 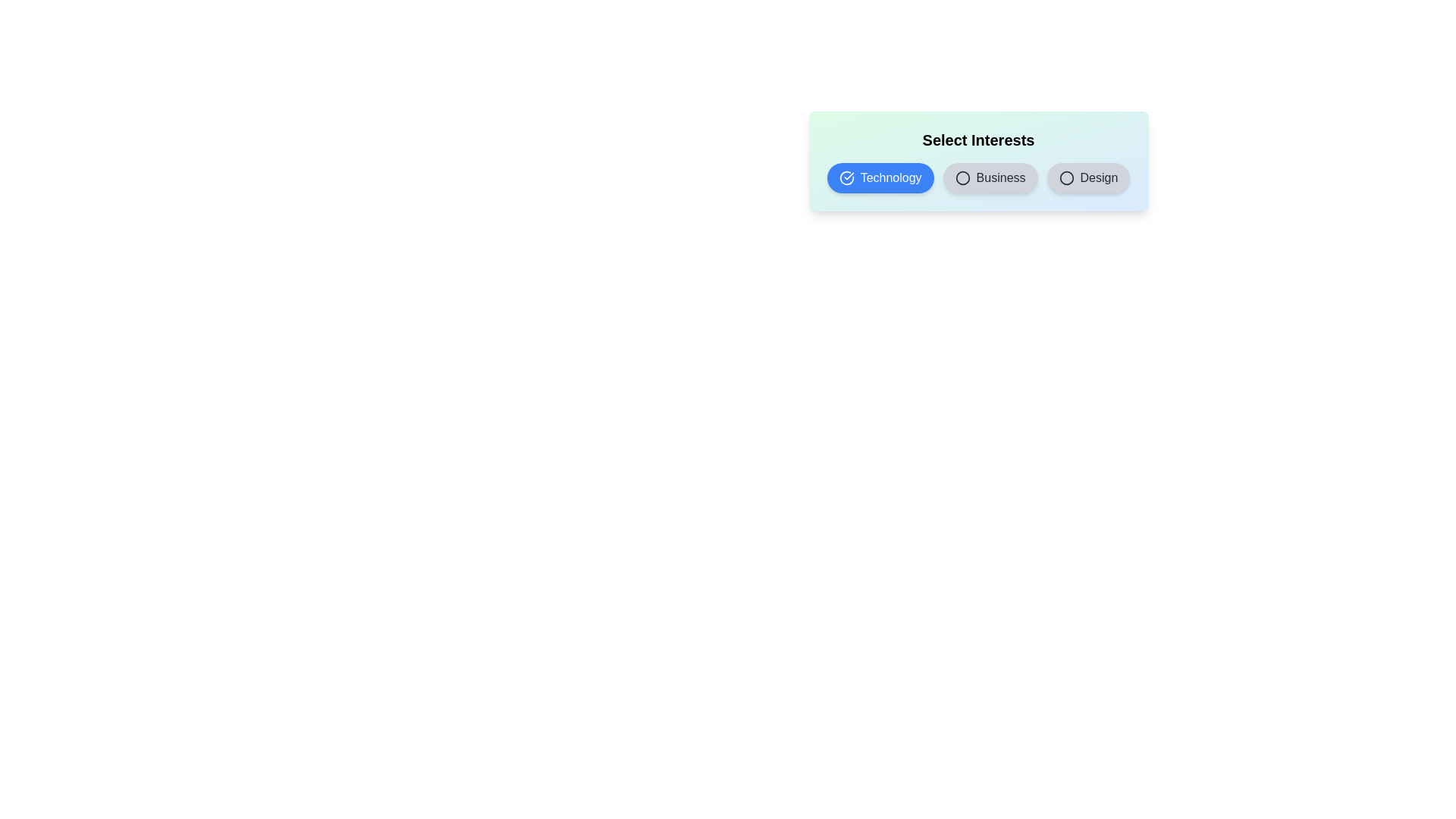 I want to click on the tag Technology, so click(x=880, y=177).